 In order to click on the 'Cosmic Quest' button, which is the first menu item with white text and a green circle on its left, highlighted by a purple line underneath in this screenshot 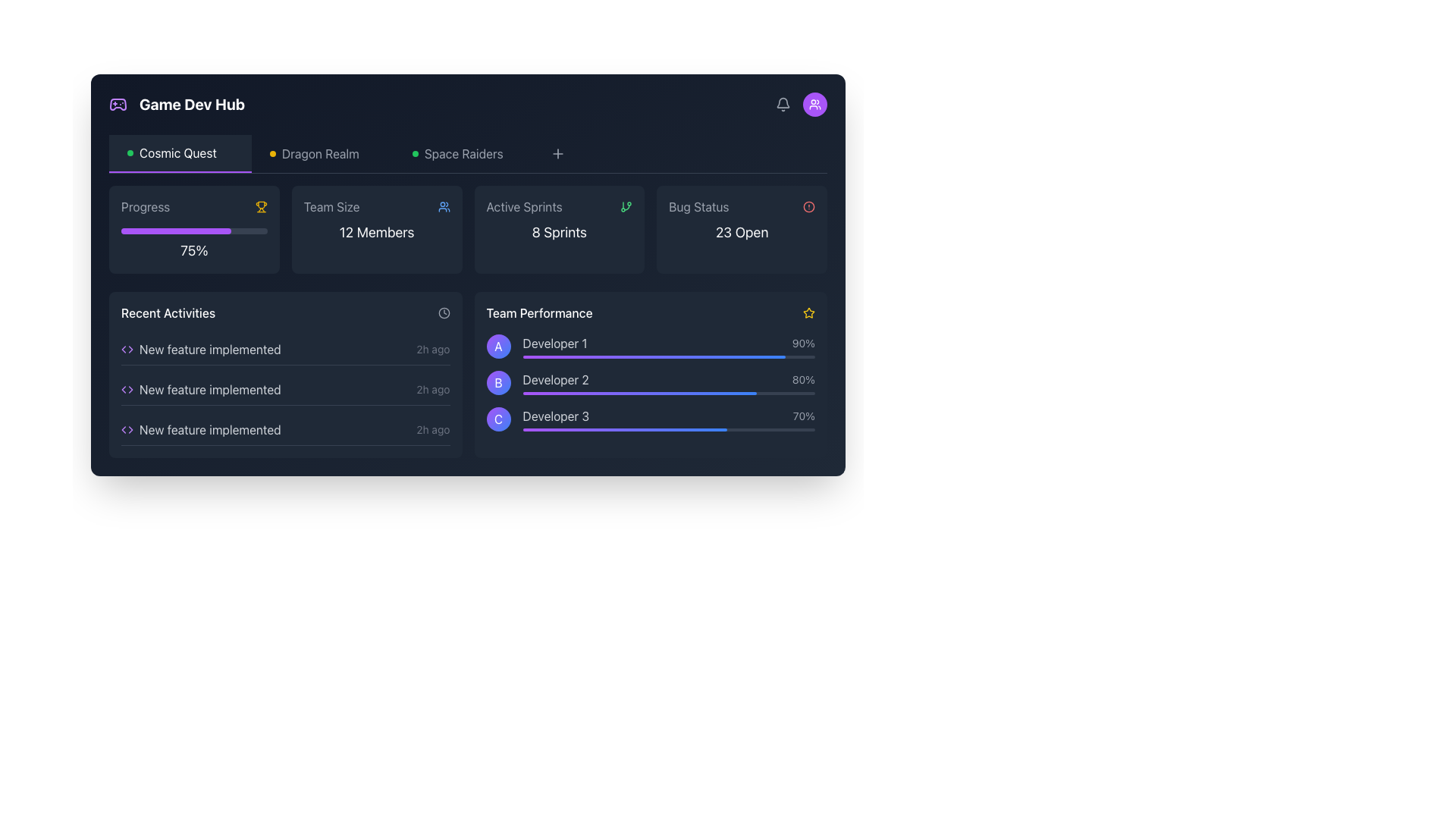, I will do `click(180, 154)`.